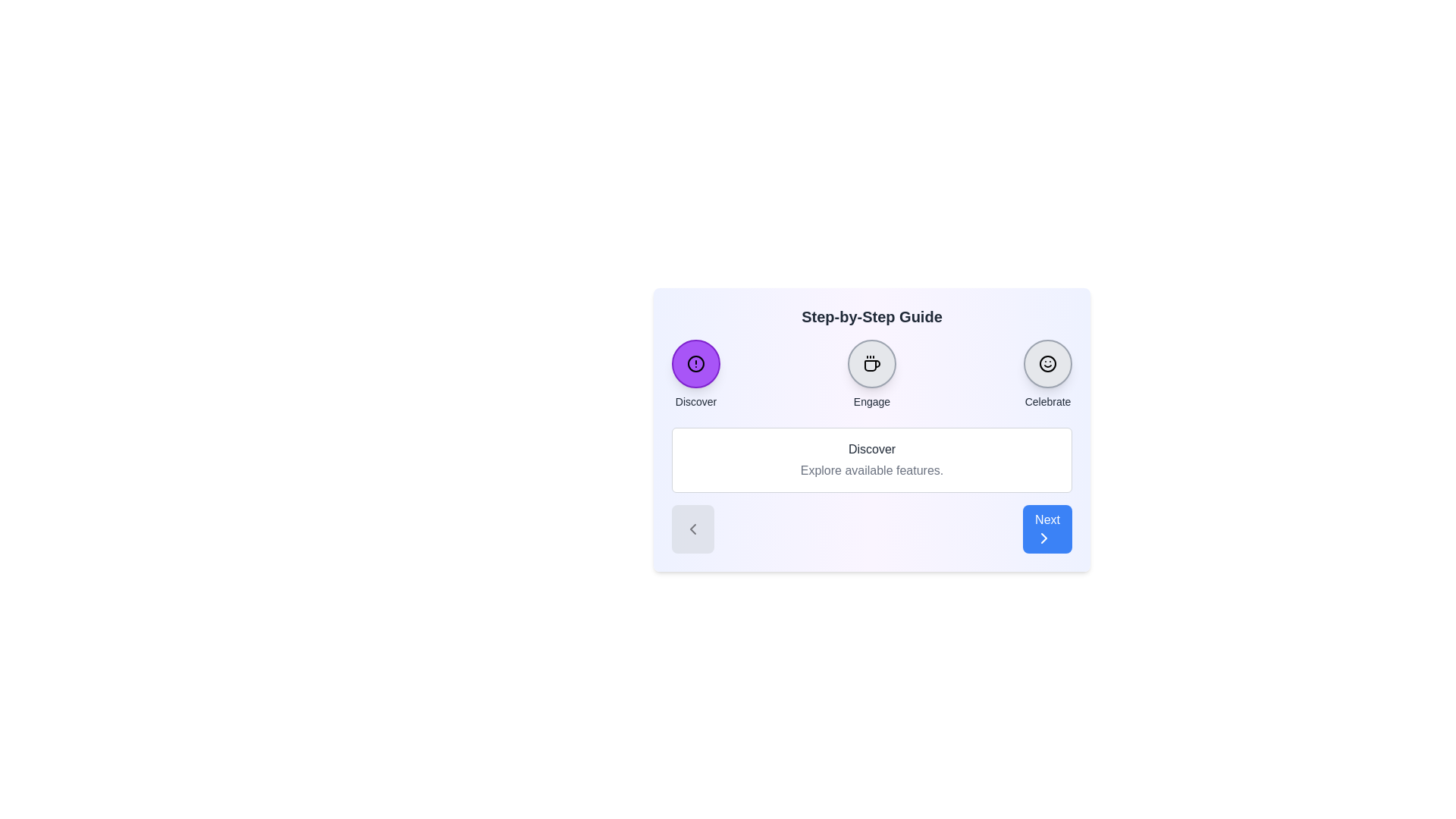  I want to click on the 'Engage' button, which features a circular coffee icon and the label 'Engage' below it, so click(872, 374).